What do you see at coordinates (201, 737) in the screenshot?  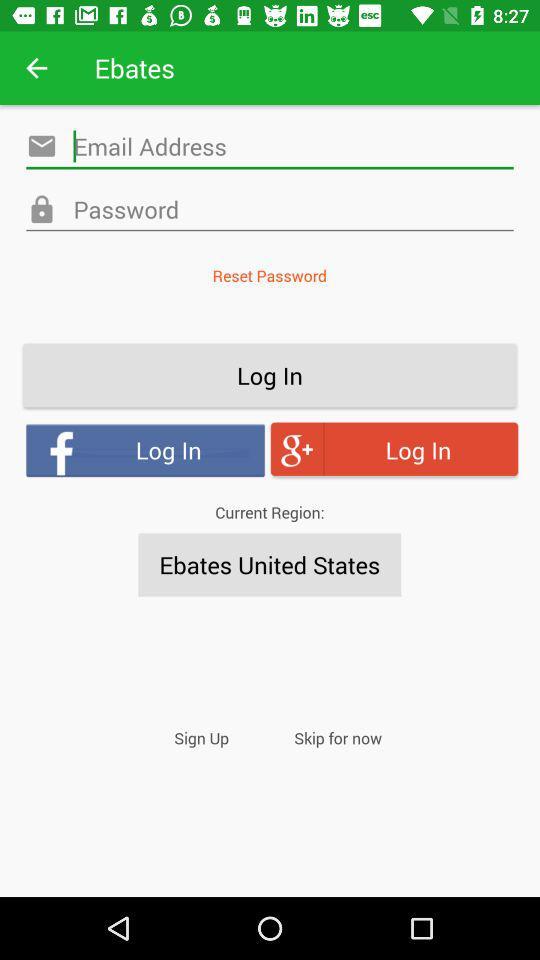 I see `the item next to skip for now` at bounding box center [201, 737].